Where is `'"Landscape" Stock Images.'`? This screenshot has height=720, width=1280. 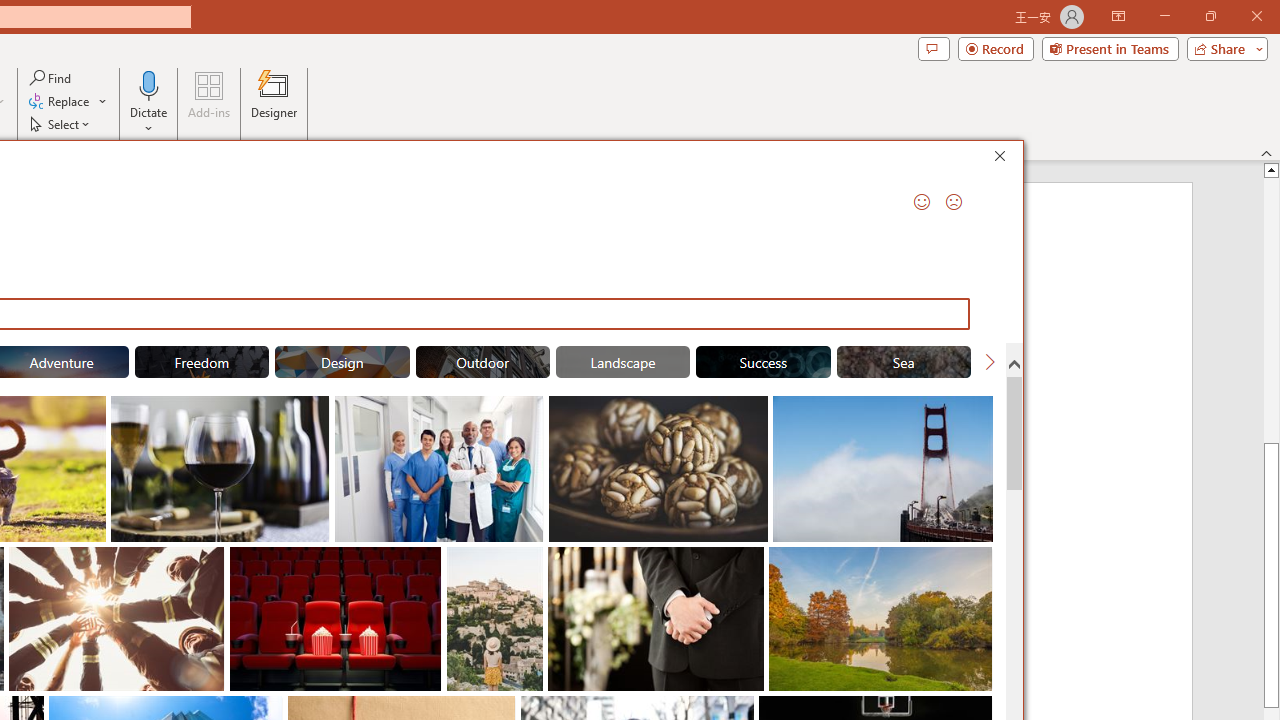 '"Landscape" Stock Images.' is located at coordinates (621, 362).